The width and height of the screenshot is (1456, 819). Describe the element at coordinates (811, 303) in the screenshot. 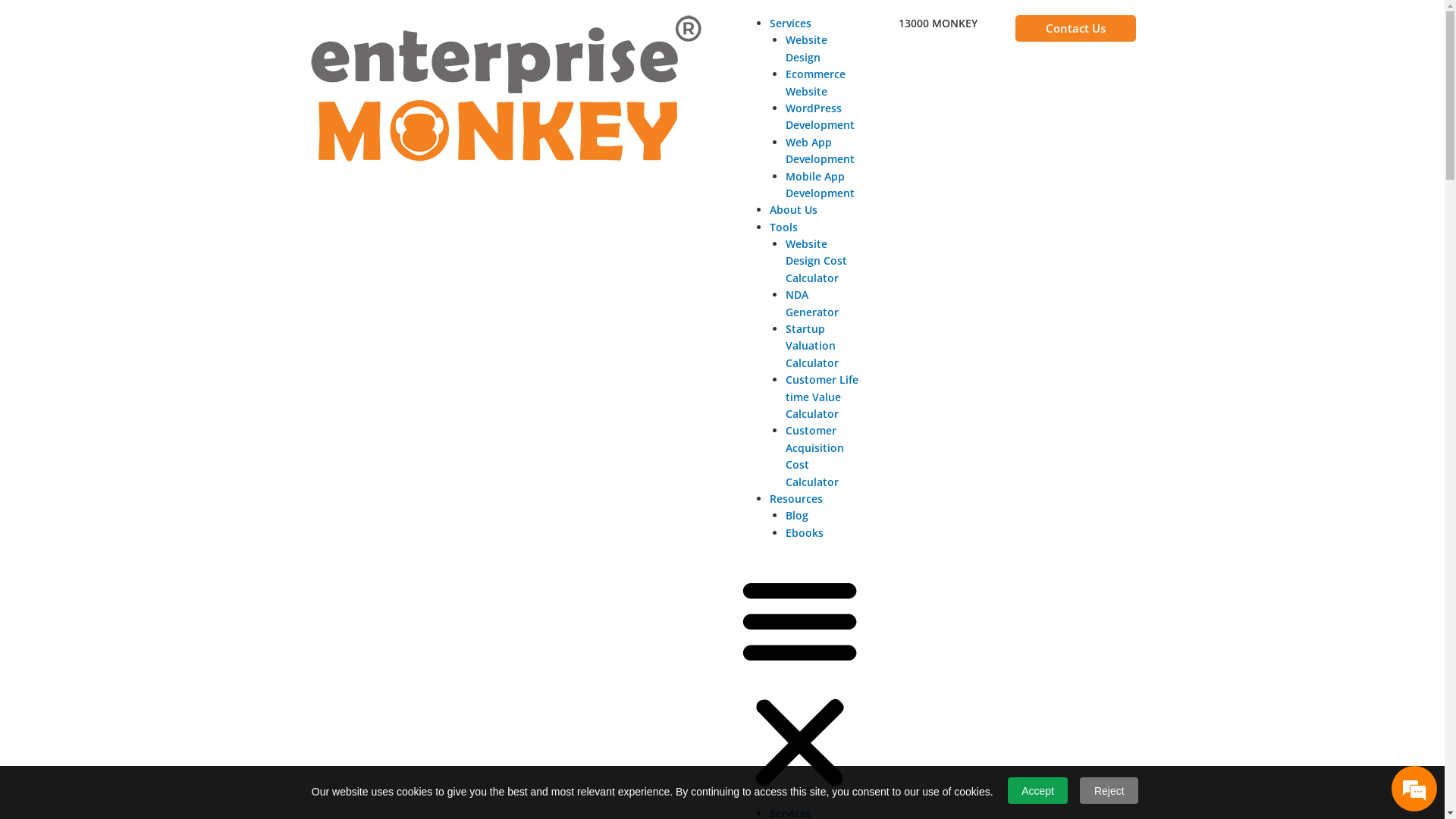

I see `'NDA Generator'` at that location.